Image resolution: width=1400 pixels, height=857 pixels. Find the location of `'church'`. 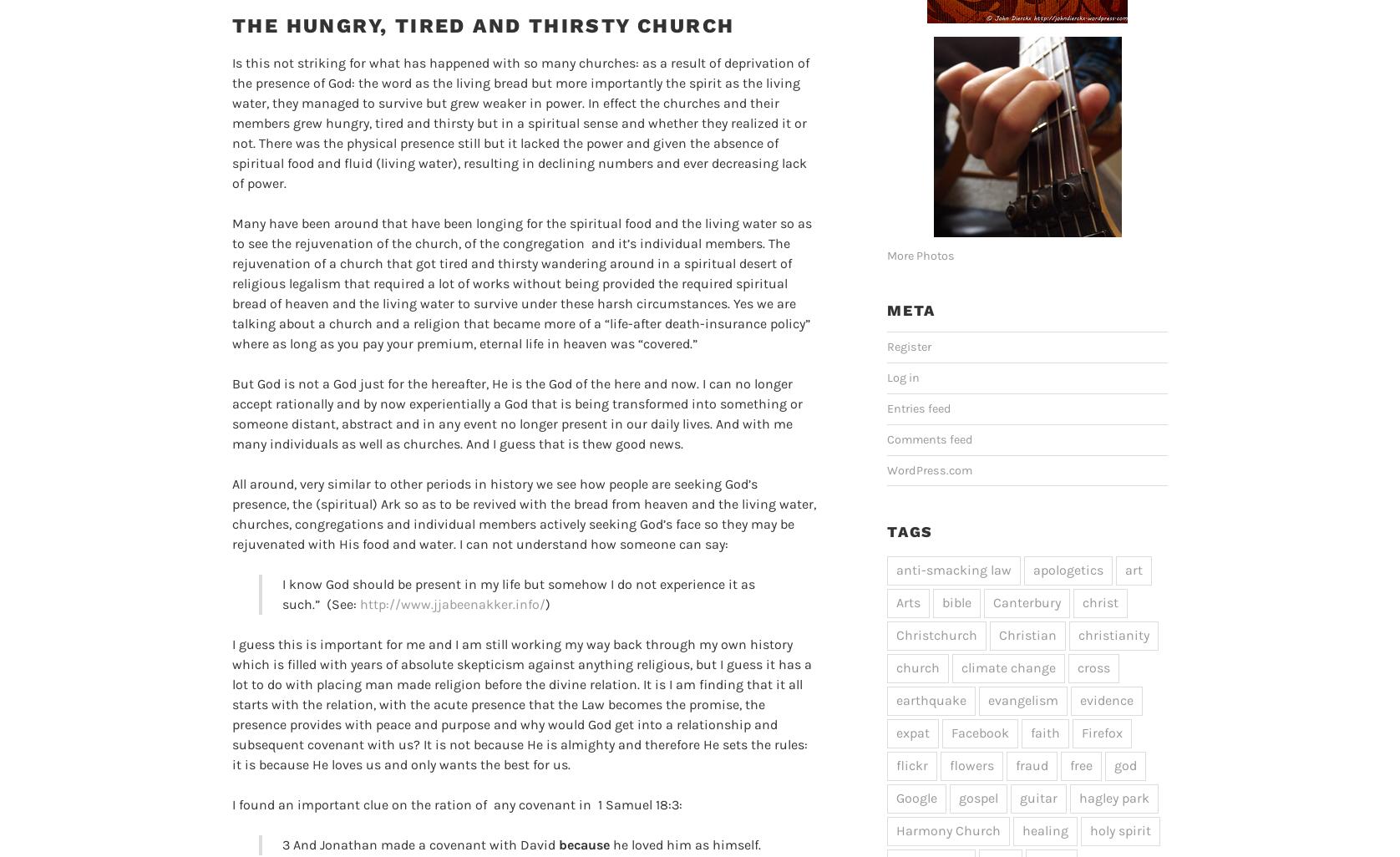

'church' is located at coordinates (916, 666).